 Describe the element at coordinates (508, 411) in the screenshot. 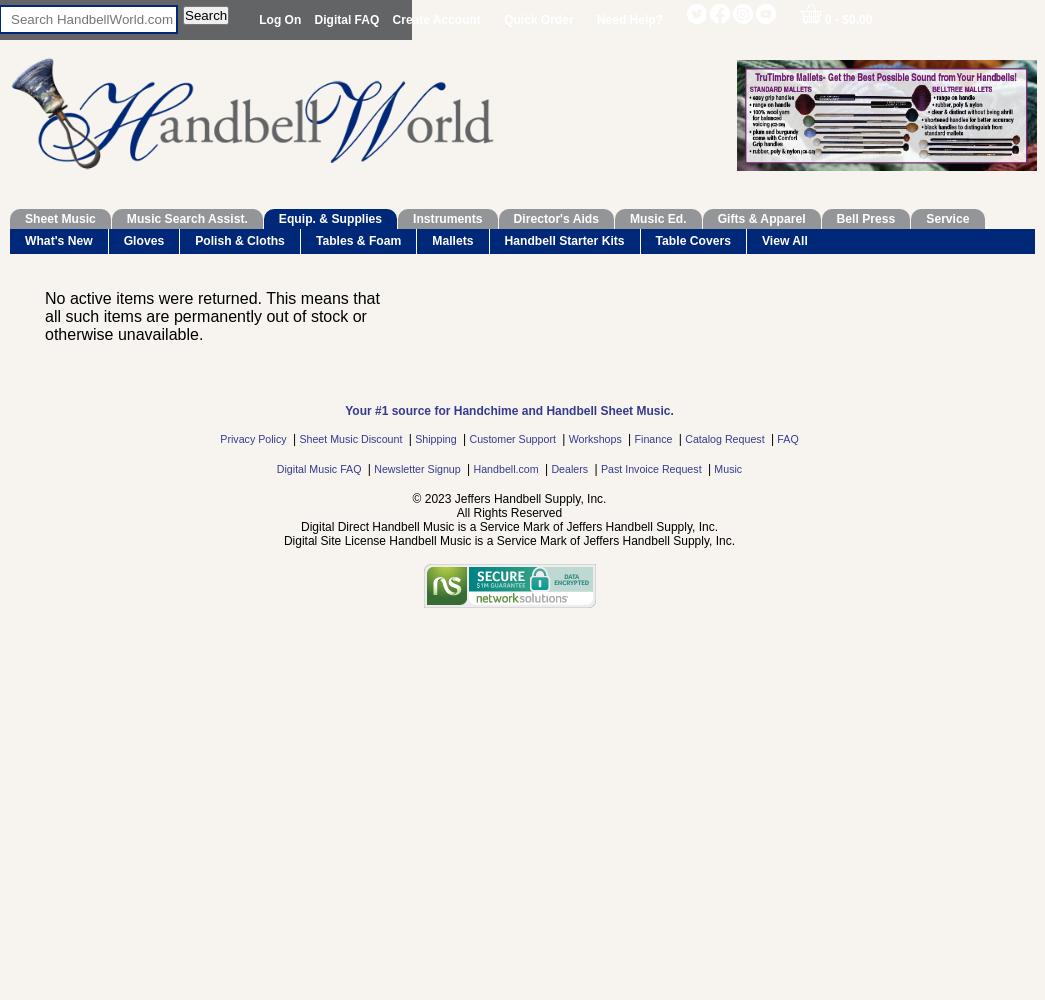

I see `'Your #1 source for Handchime and Handbell Sheet Music.'` at that location.